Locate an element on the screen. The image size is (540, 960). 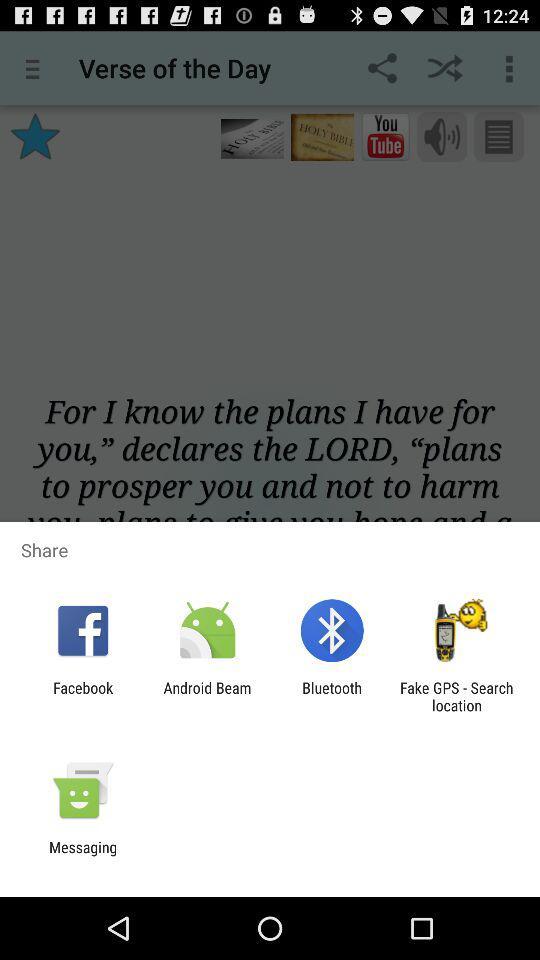
app next to android beam is located at coordinates (82, 696).